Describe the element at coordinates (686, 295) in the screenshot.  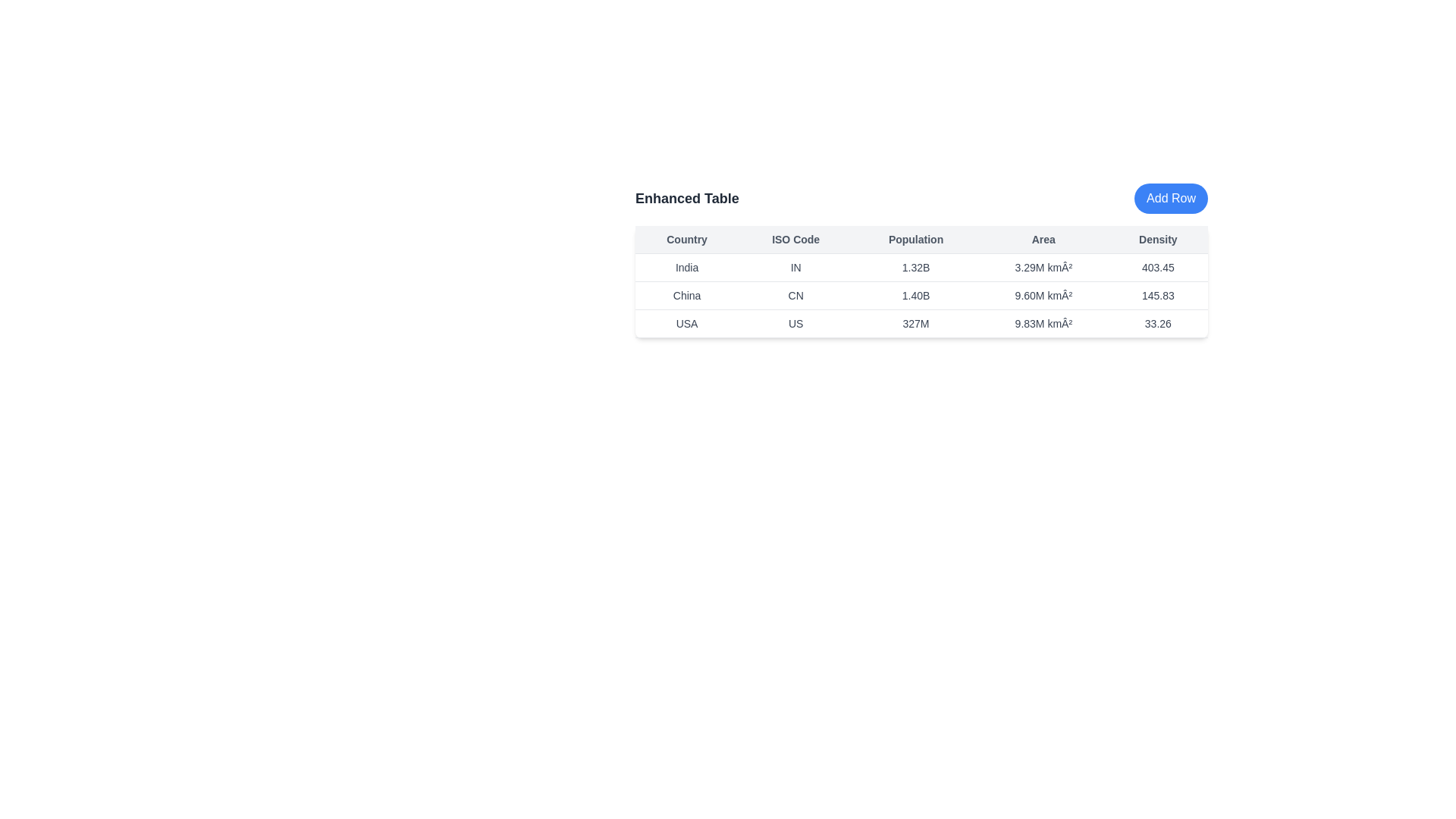
I see `the Text Label displaying the name 'China' located in the second row under the 'Country' column of the table` at that location.